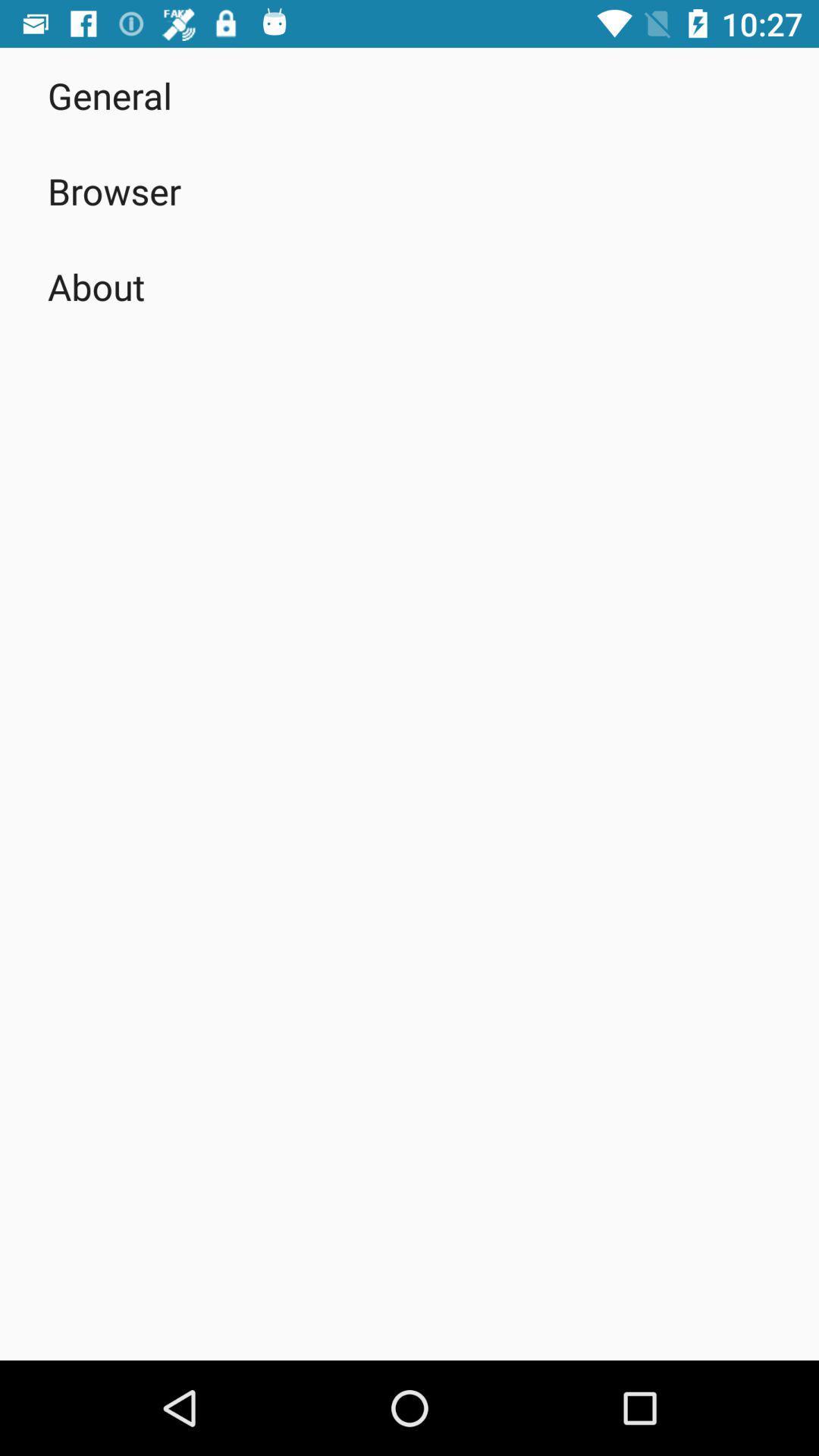 This screenshot has height=1456, width=819. I want to click on the icon above the about app, so click(114, 190).